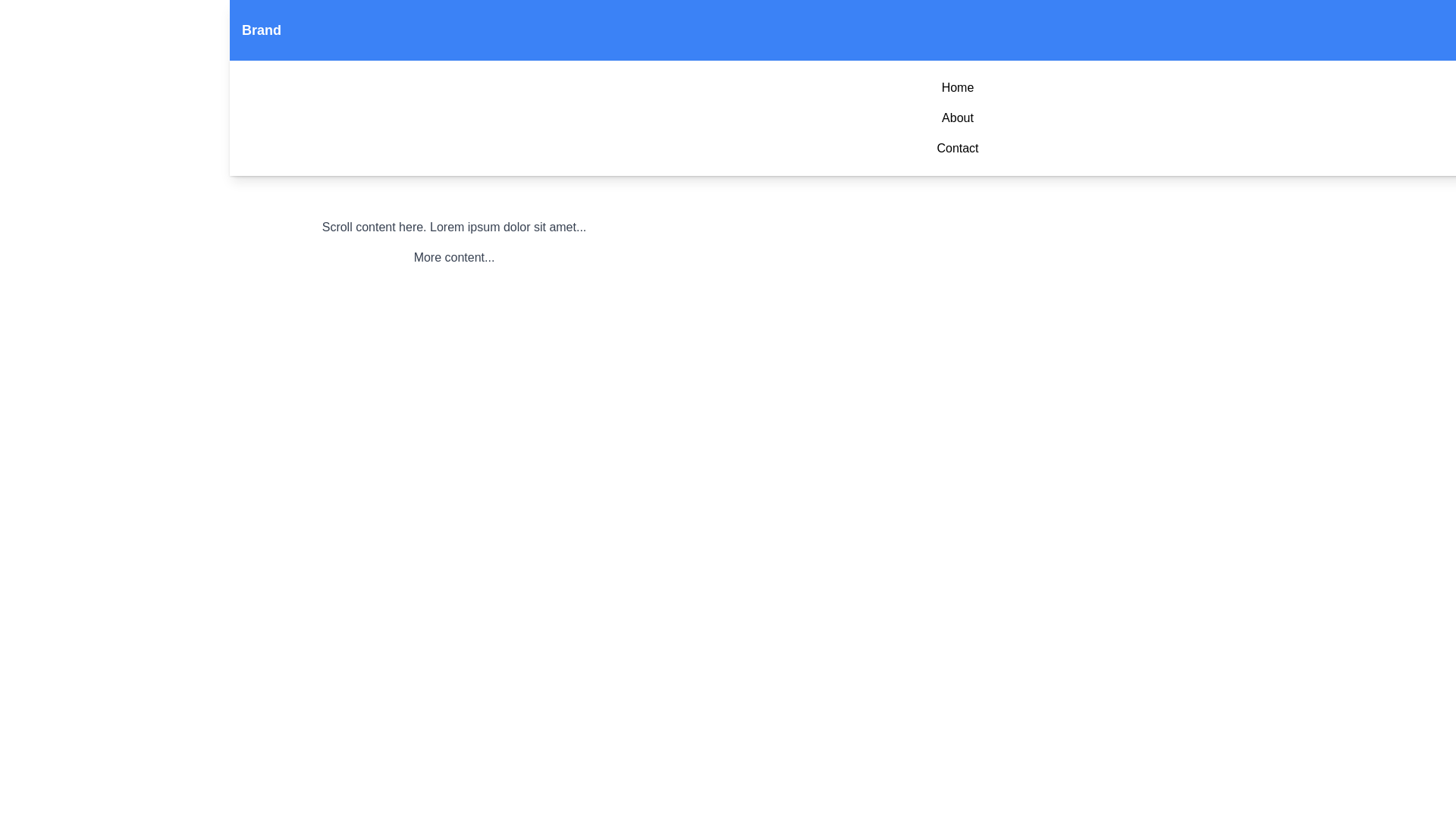 This screenshot has height=819, width=1456. Describe the element at coordinates (262, 30) in the screenshot. I see `the decorative text label in the top-left section of the interface, which likely represents the brand or identity of the application` at that location.